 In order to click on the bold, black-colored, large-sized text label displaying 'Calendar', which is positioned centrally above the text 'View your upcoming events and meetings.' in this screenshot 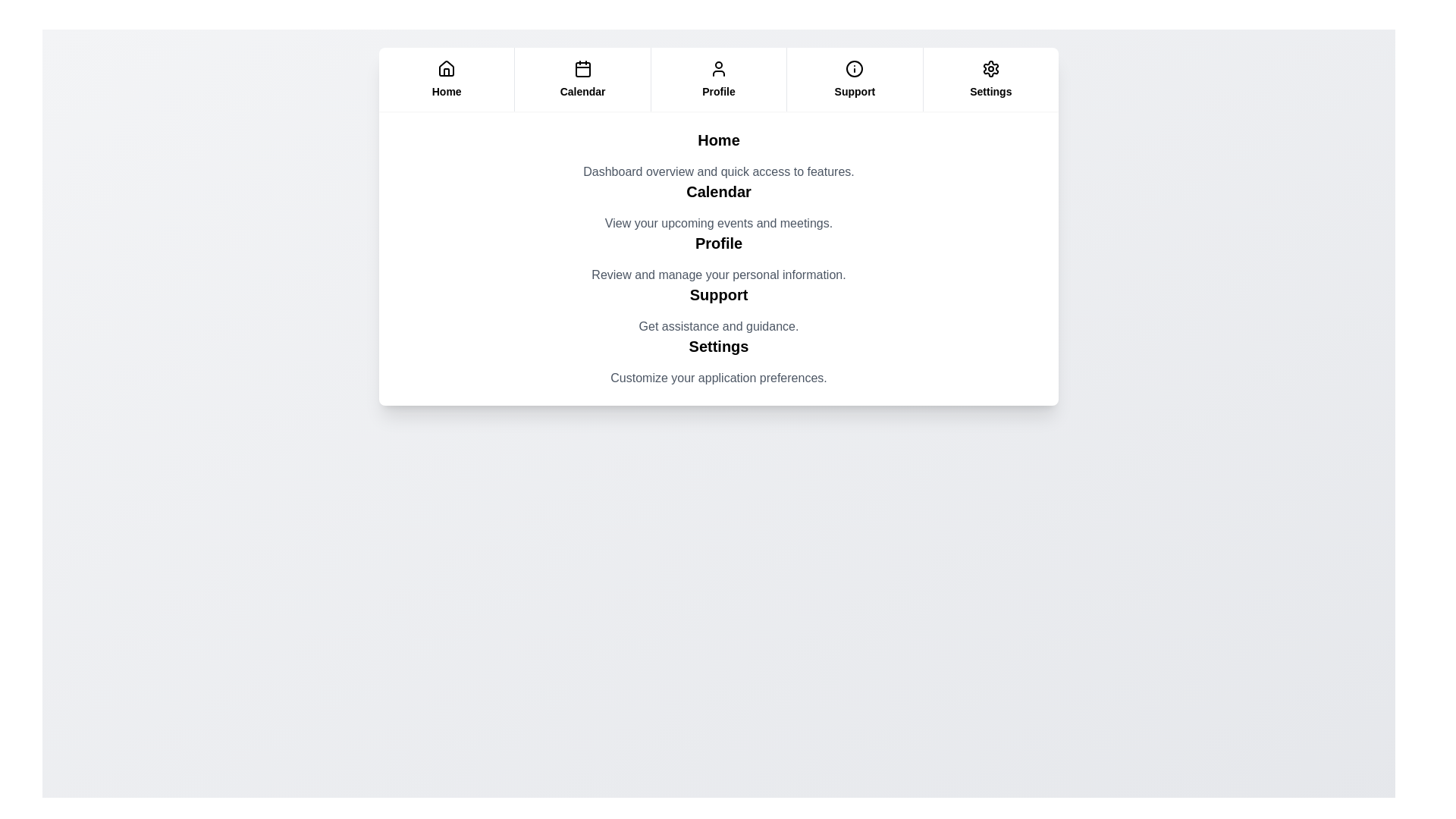, I will do `click(718, 191)`.